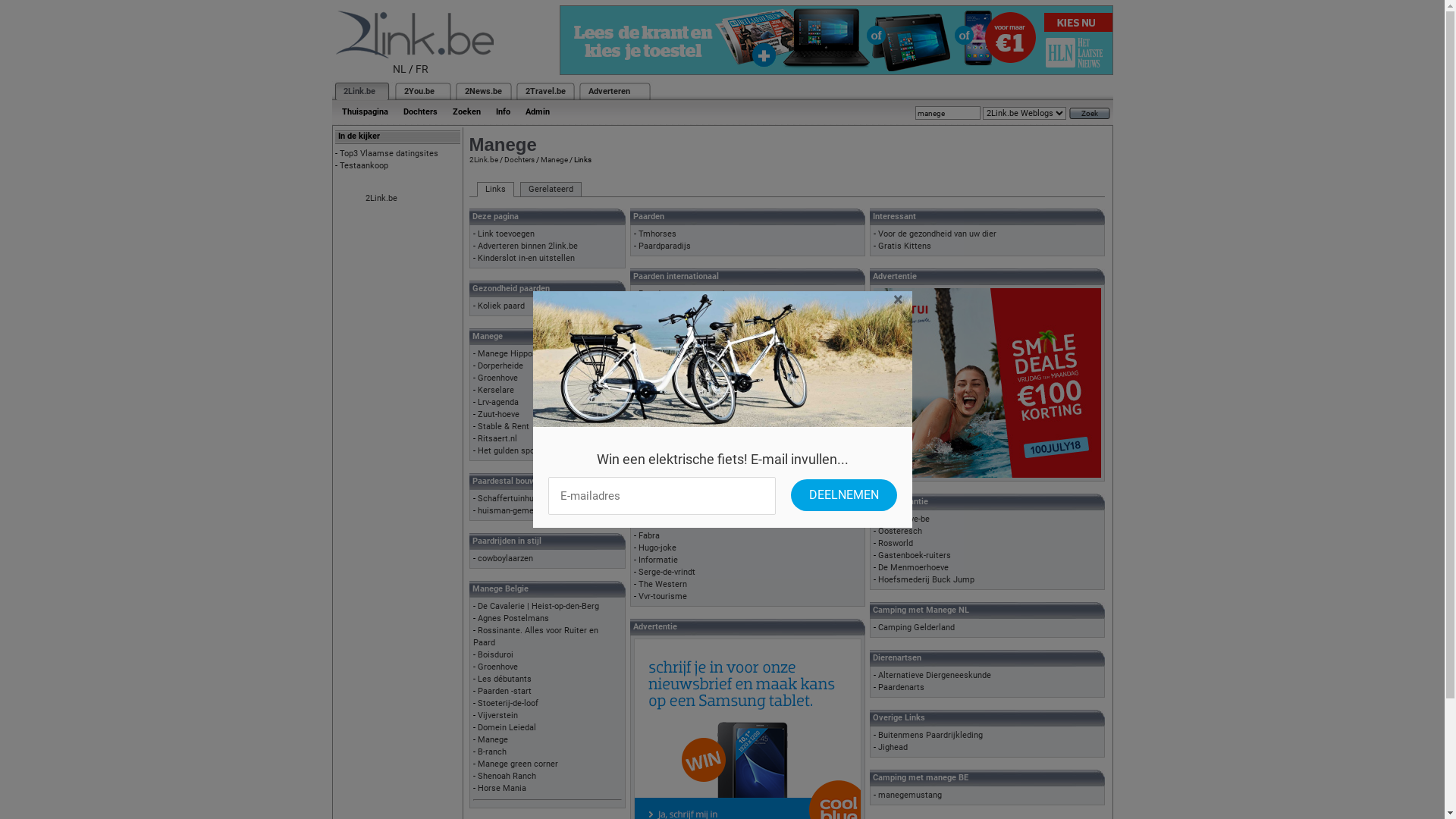 Image resolution: width=1456 pixels, height=819 pixels. Describe the element at coordinates (475, 189) in the screenshot. I see `'Links'` at that location.